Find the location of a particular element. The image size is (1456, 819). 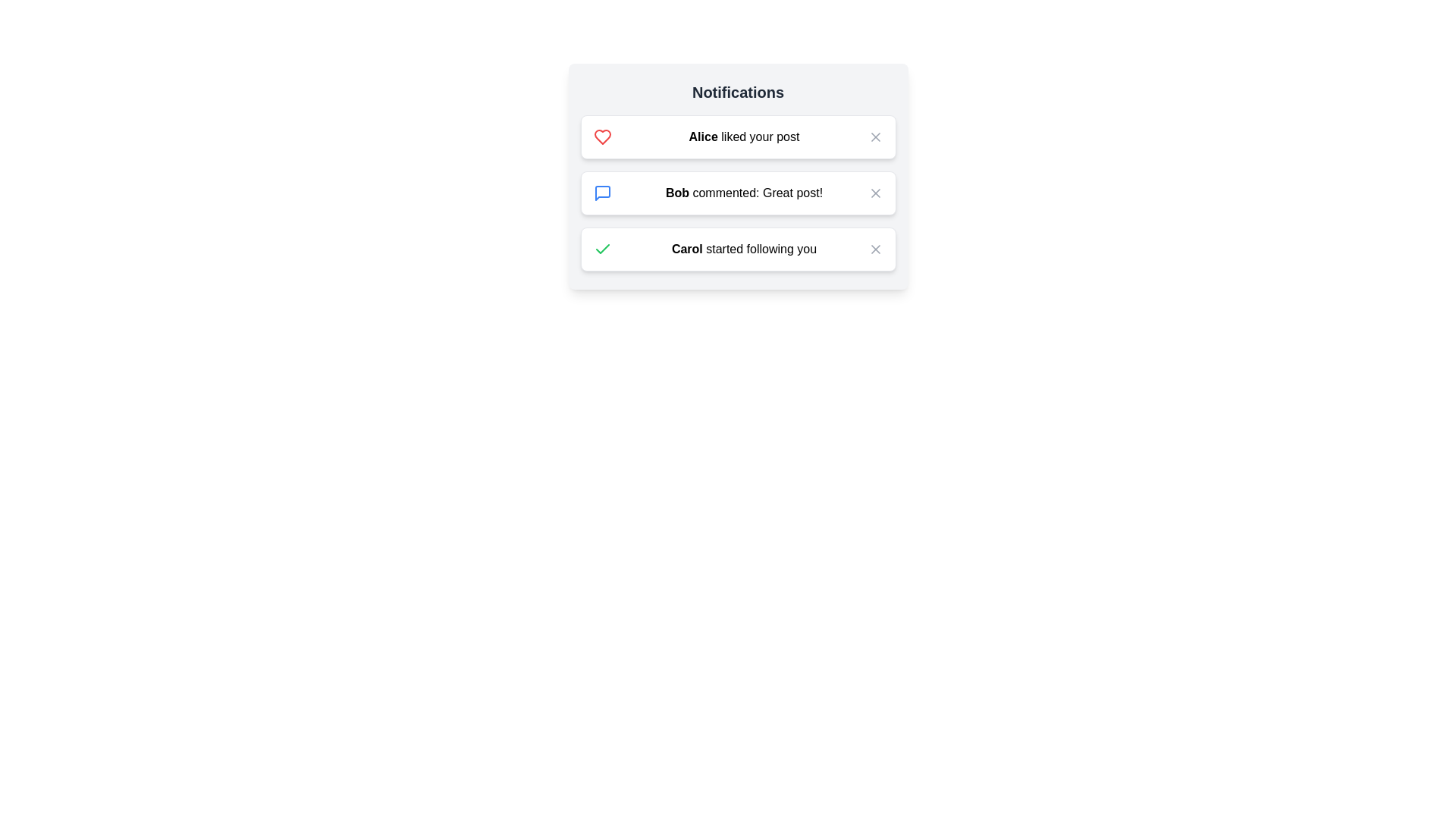

the notification card featuring a blue comment icon and the text 'Bob commented: Great post!' is located at coordinates (738, 175).